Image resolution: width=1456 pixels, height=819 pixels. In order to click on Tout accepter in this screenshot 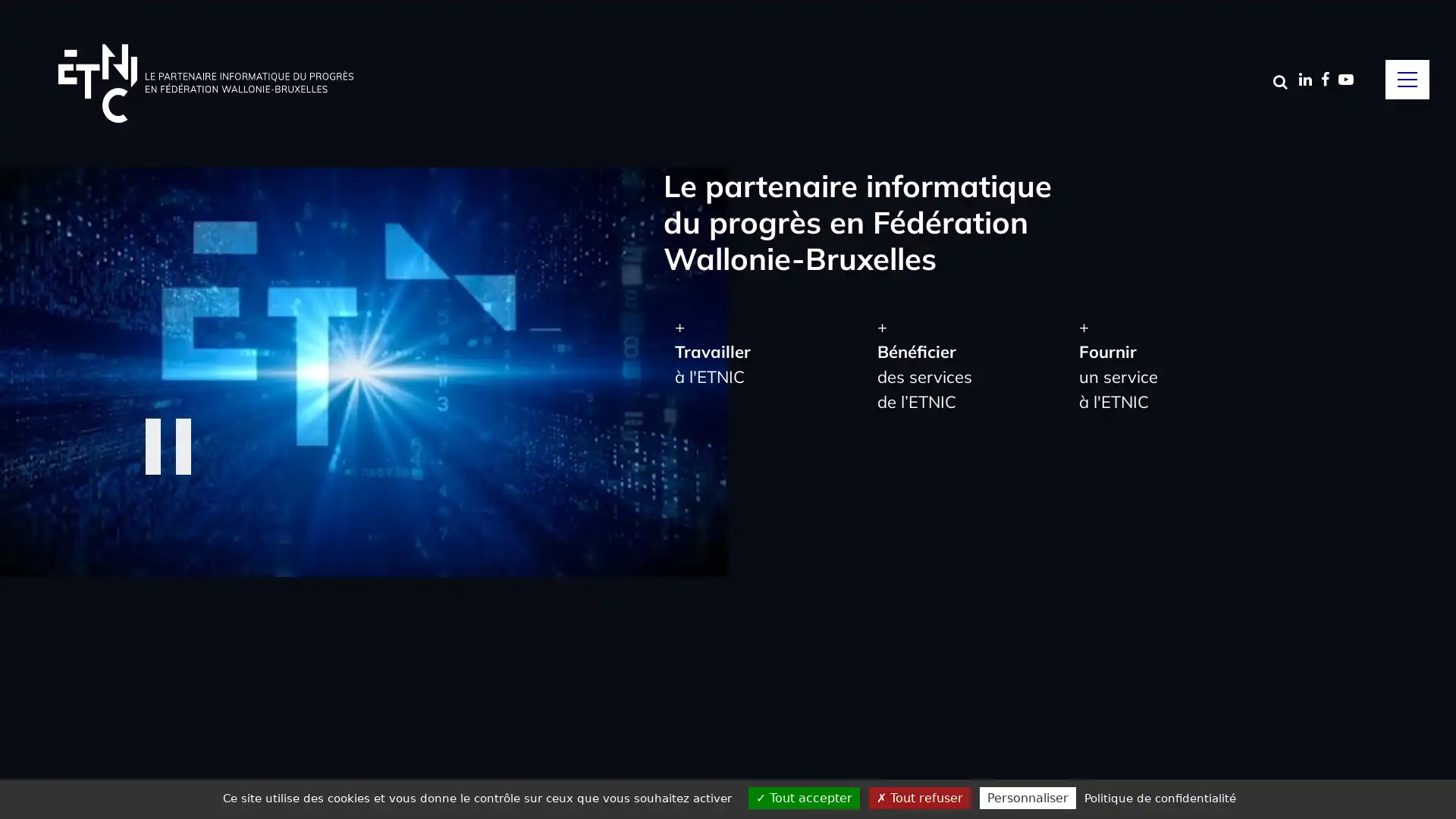, I will do `click(803, 797)`.